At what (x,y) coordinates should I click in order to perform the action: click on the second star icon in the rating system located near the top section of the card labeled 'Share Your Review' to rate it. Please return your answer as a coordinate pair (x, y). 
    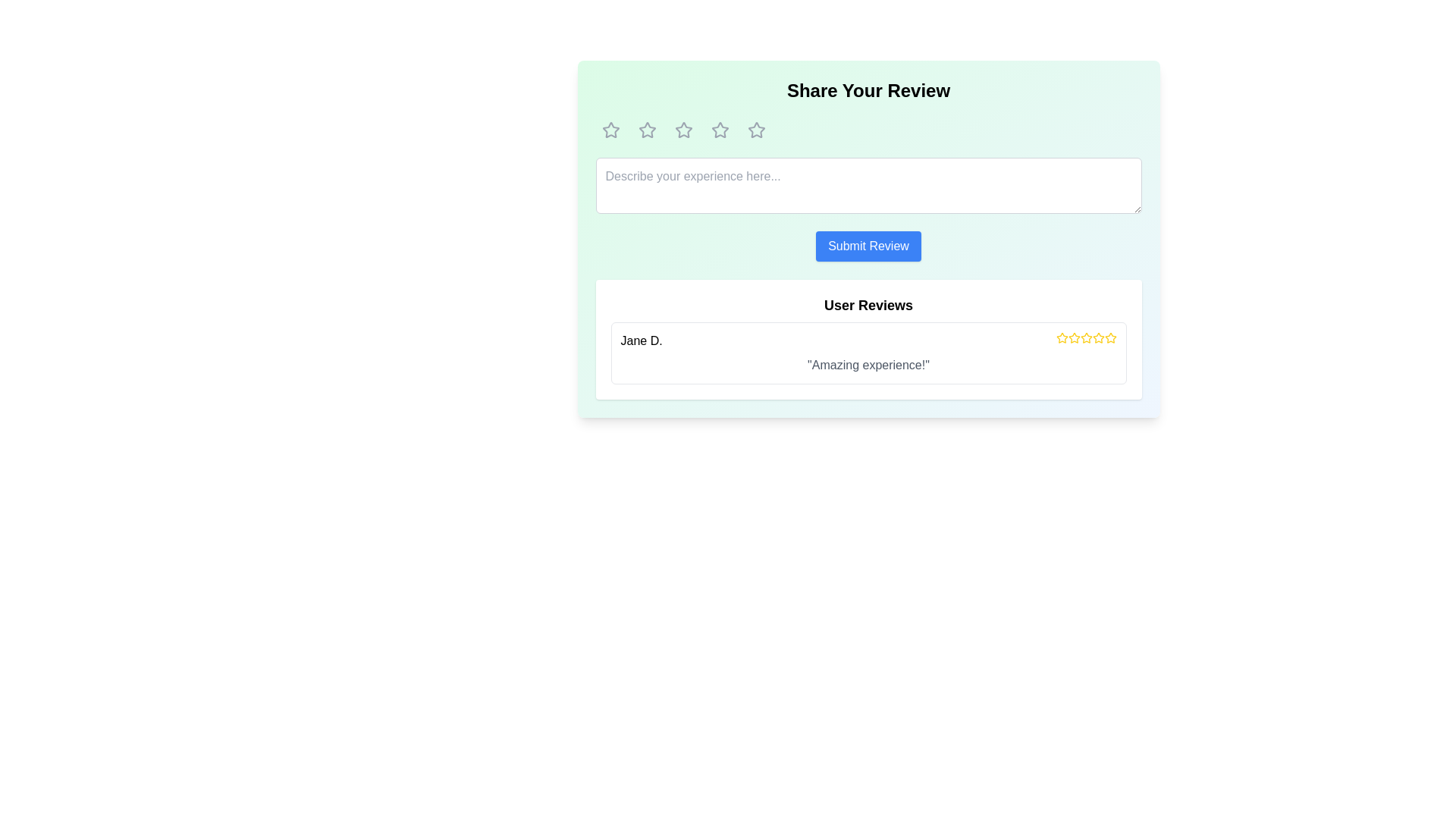
    Looking at the image, I should click on (682, 129).